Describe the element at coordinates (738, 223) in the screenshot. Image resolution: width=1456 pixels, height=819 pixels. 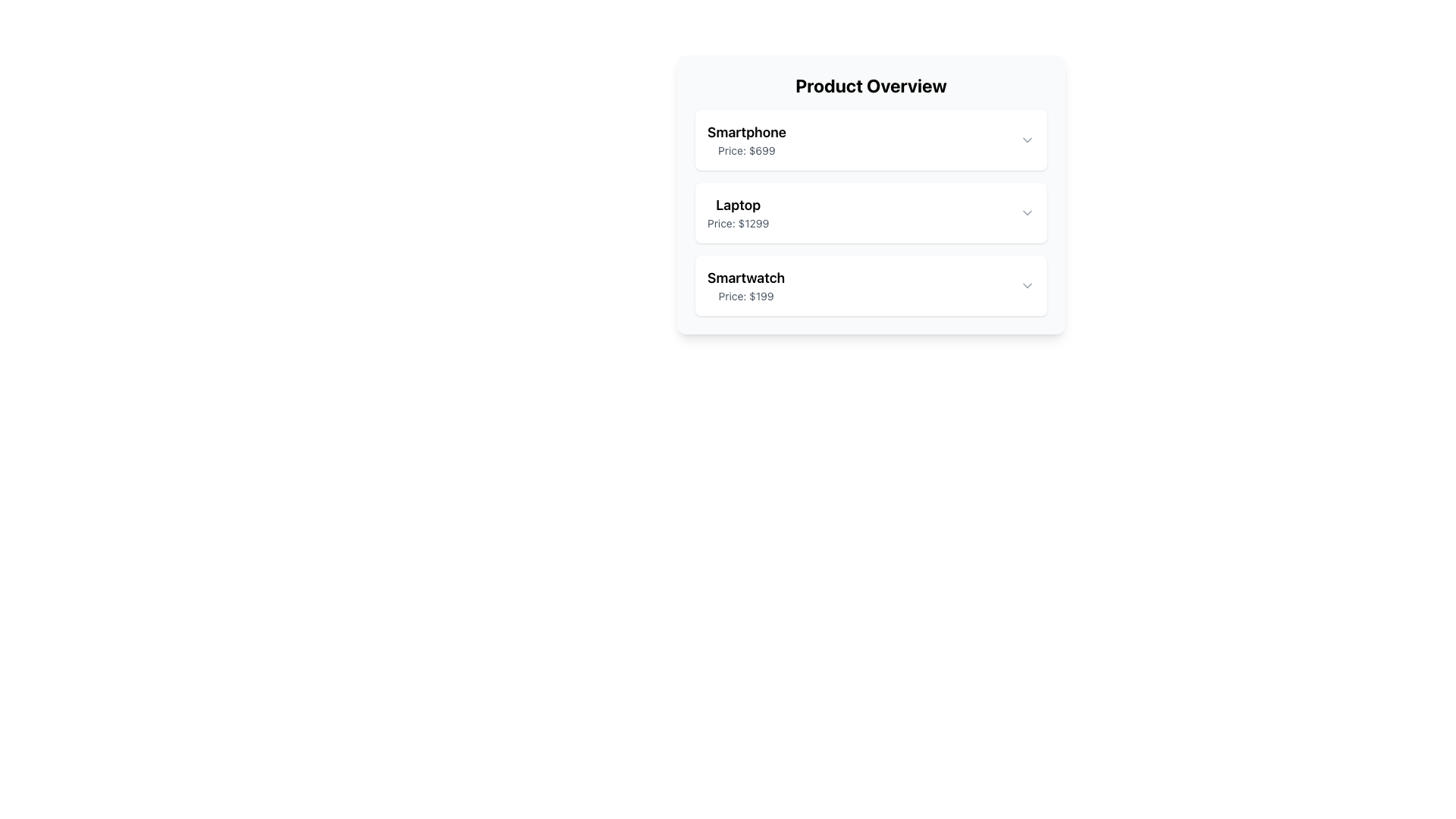
I see `the price information label for the product 'Laptop', which is located below the 'Laptop' text label in the product section` at that location.